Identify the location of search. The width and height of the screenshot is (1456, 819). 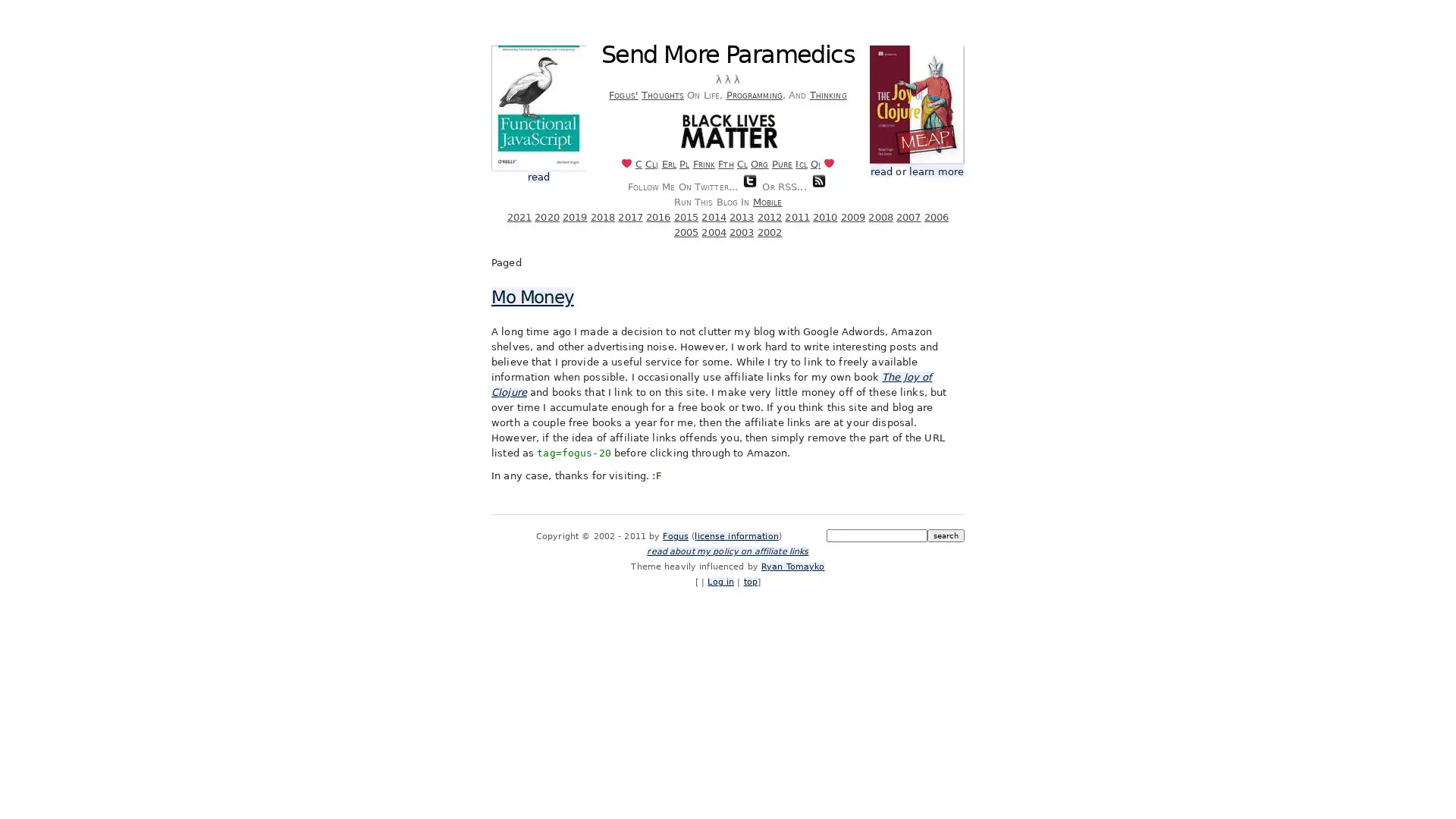
(945, 534).